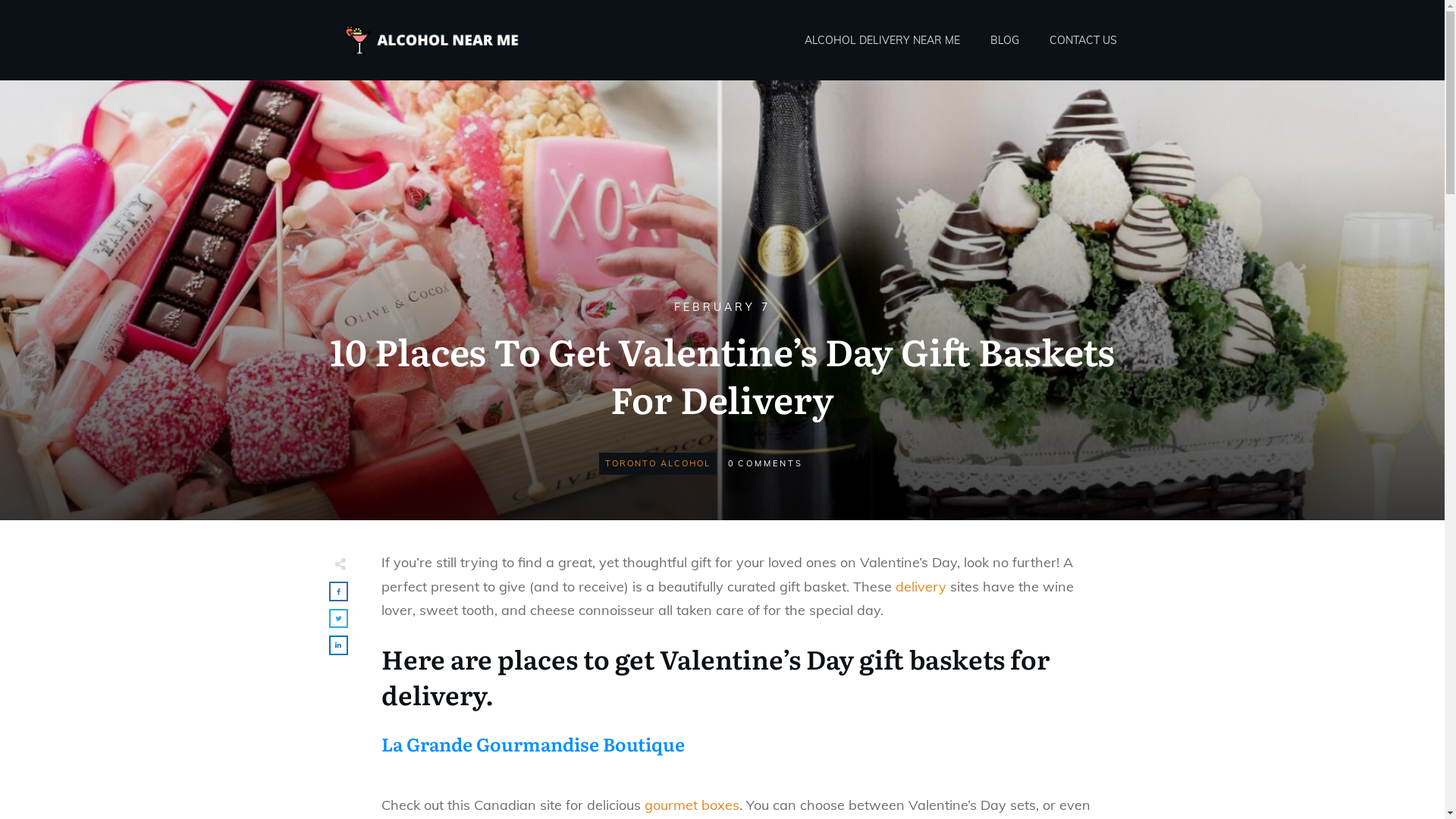 Image resolution: width=1456 pixels, height=819 pixels. I want to click on 'BLOG', so click(1004, 39).